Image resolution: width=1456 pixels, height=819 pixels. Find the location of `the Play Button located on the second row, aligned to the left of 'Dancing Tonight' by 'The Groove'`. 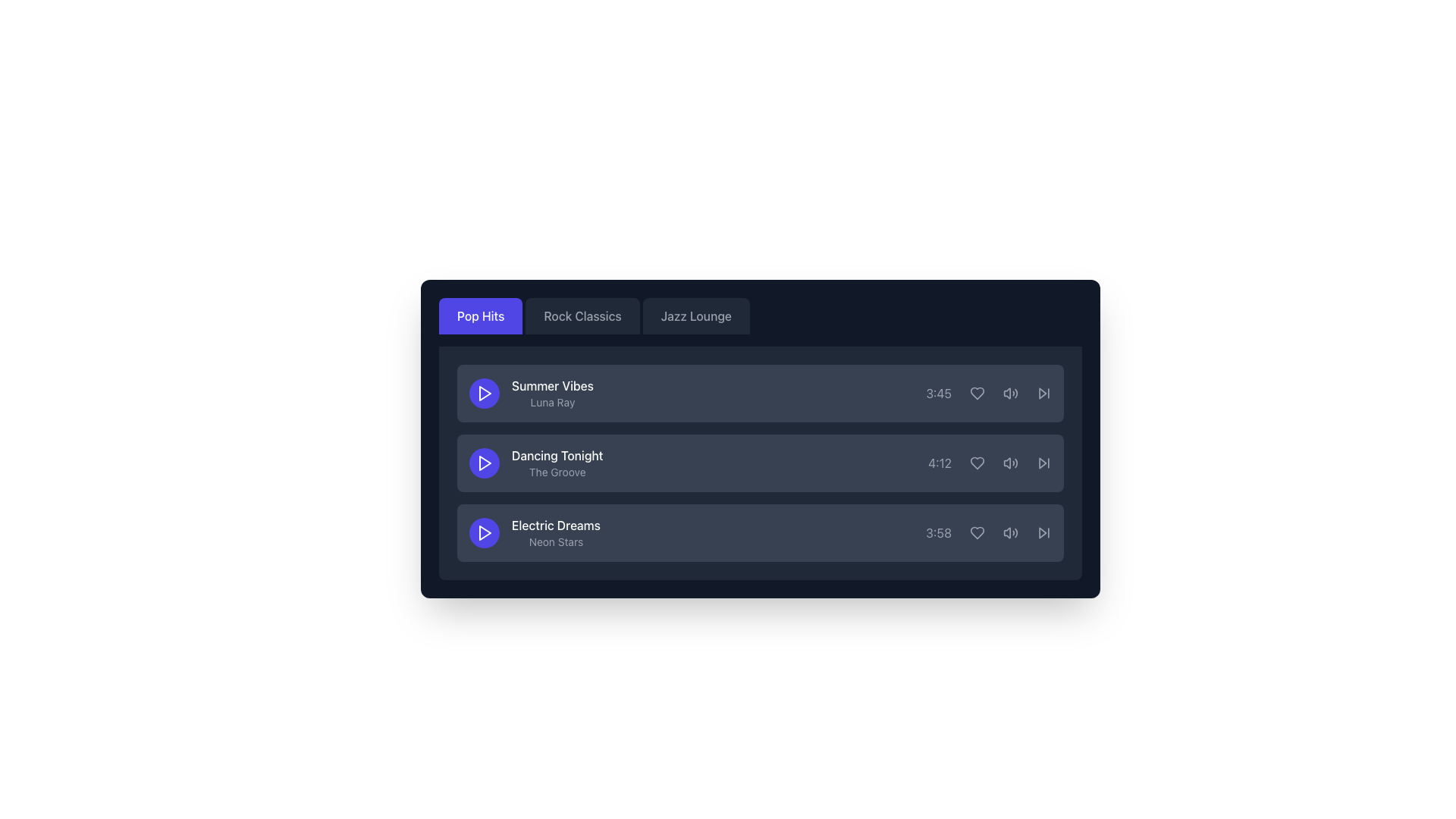

the Play Button located on the second row, aligned to the left of 'Dancing Tonight' by 'The Groove' is located at coordinates (483, 462).